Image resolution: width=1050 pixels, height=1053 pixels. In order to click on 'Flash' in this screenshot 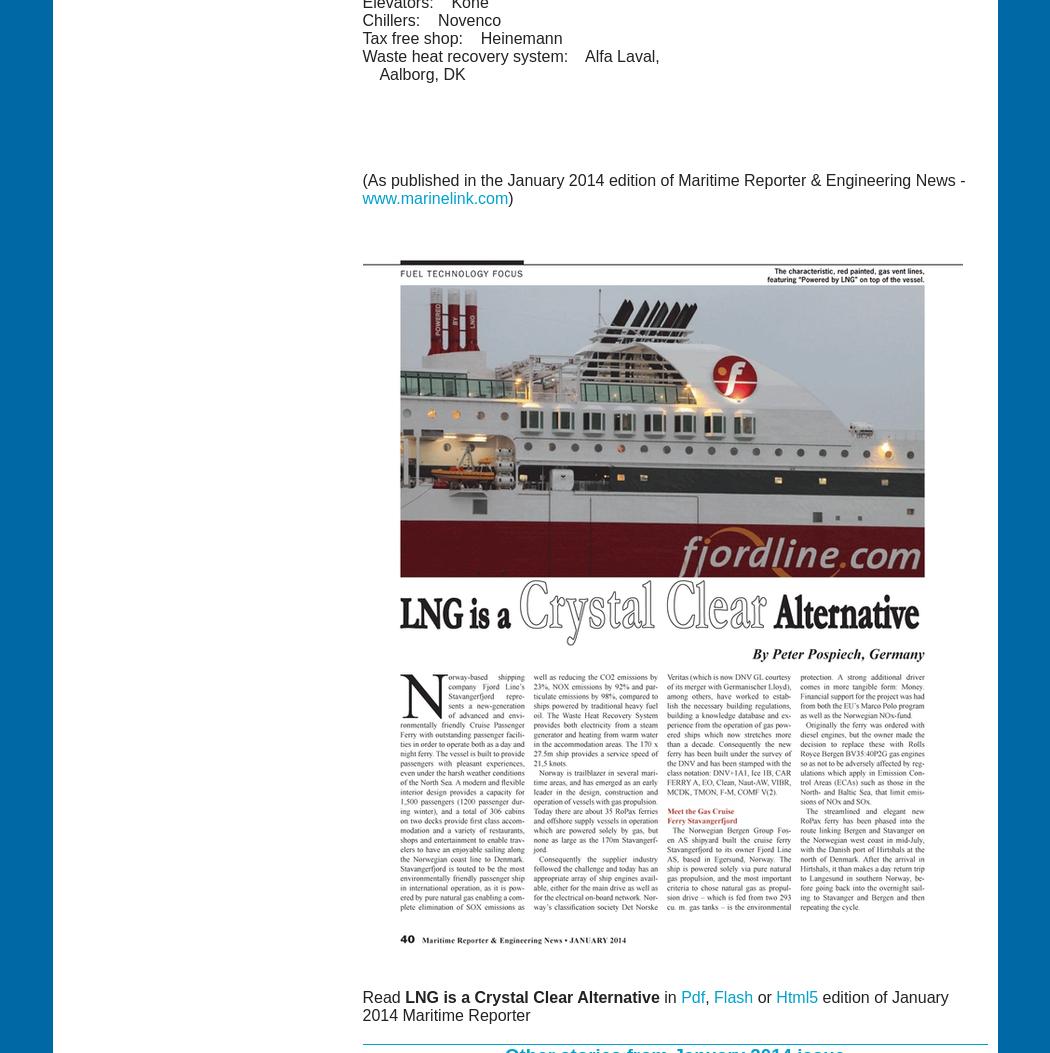, I will do `click(732, 996)`.